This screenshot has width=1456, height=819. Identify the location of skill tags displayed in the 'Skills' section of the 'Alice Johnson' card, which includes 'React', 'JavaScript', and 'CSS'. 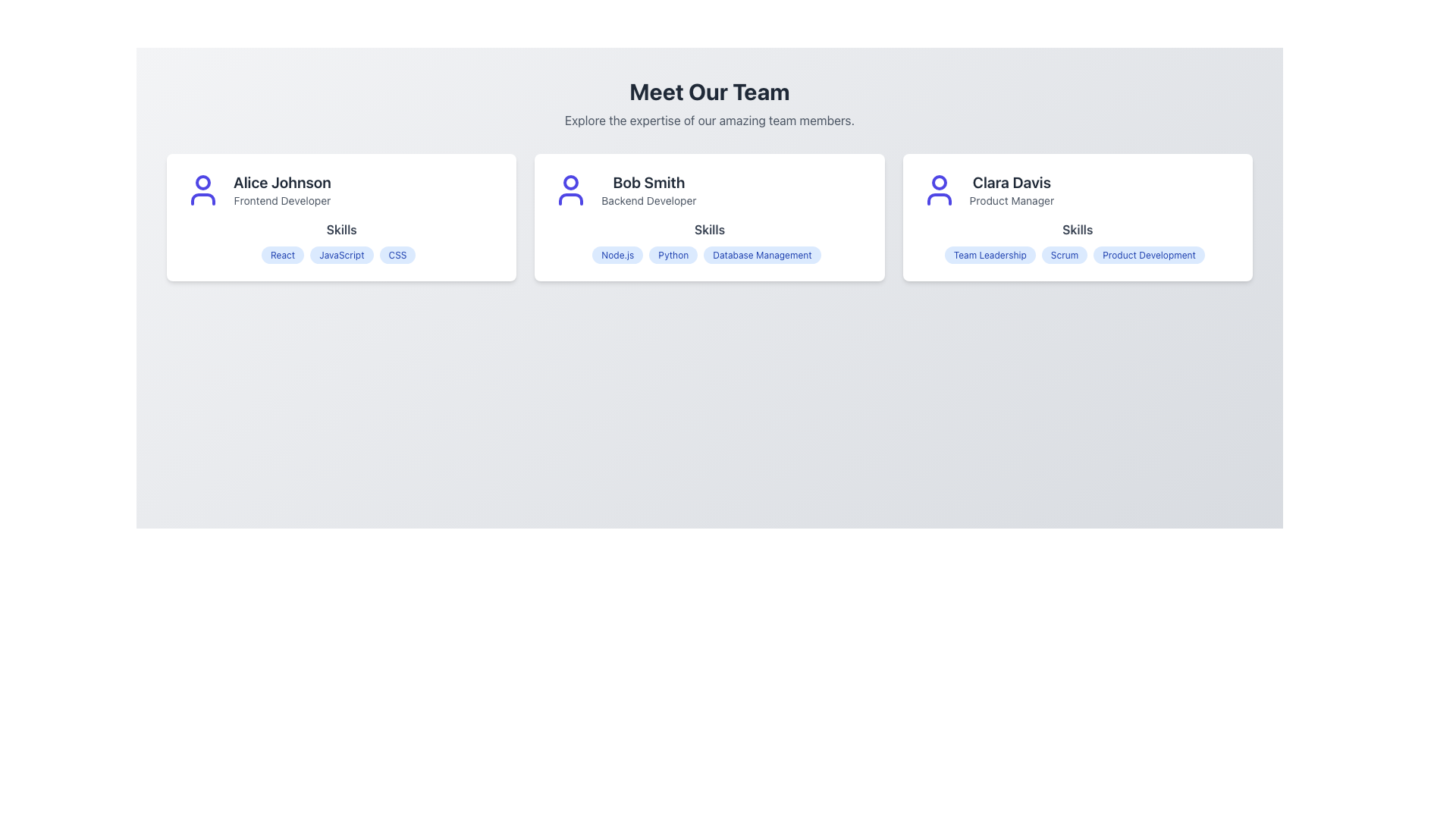
(340, 241).